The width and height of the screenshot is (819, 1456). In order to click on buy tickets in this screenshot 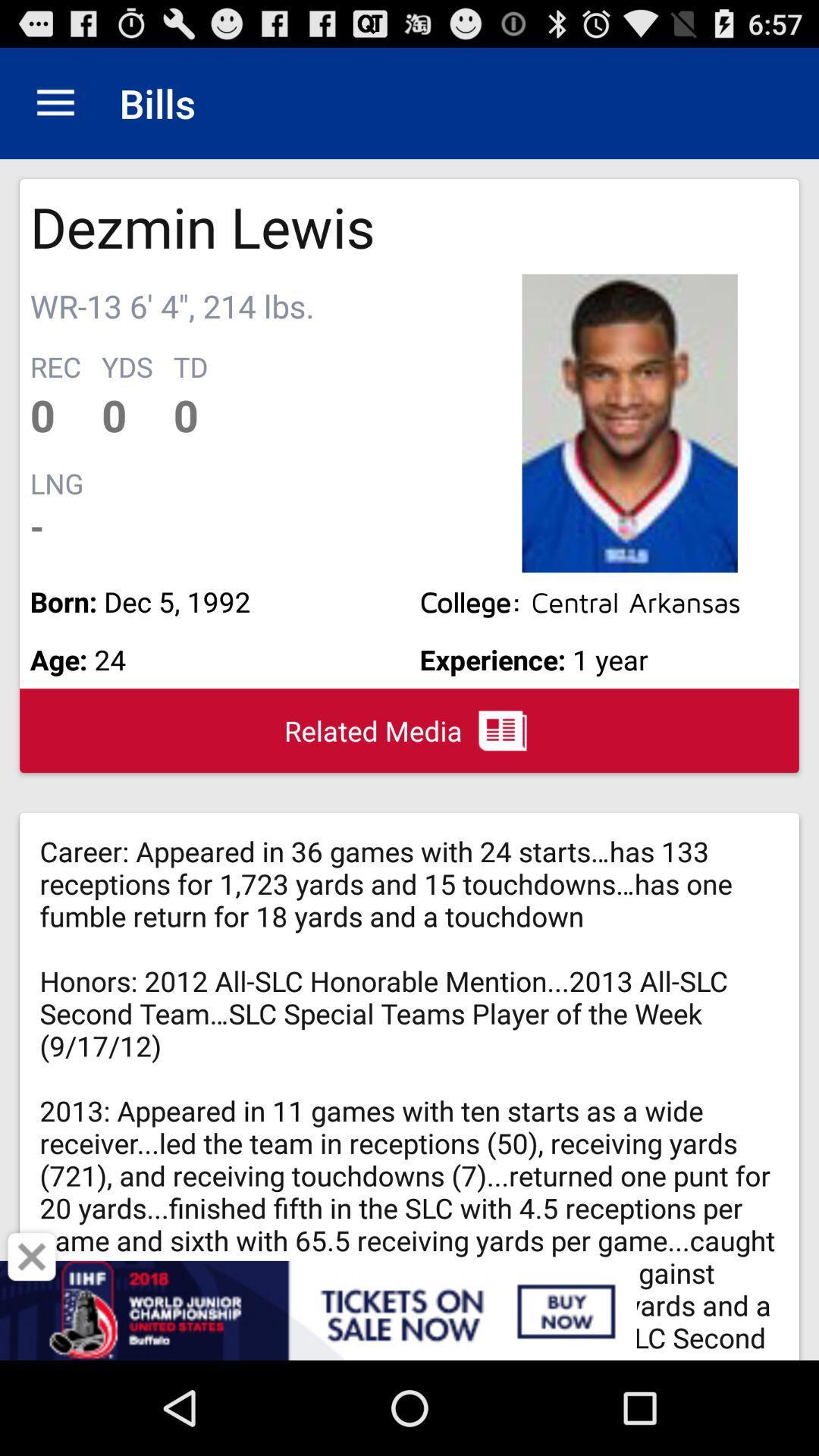, I will do `click(409, 1310)`.